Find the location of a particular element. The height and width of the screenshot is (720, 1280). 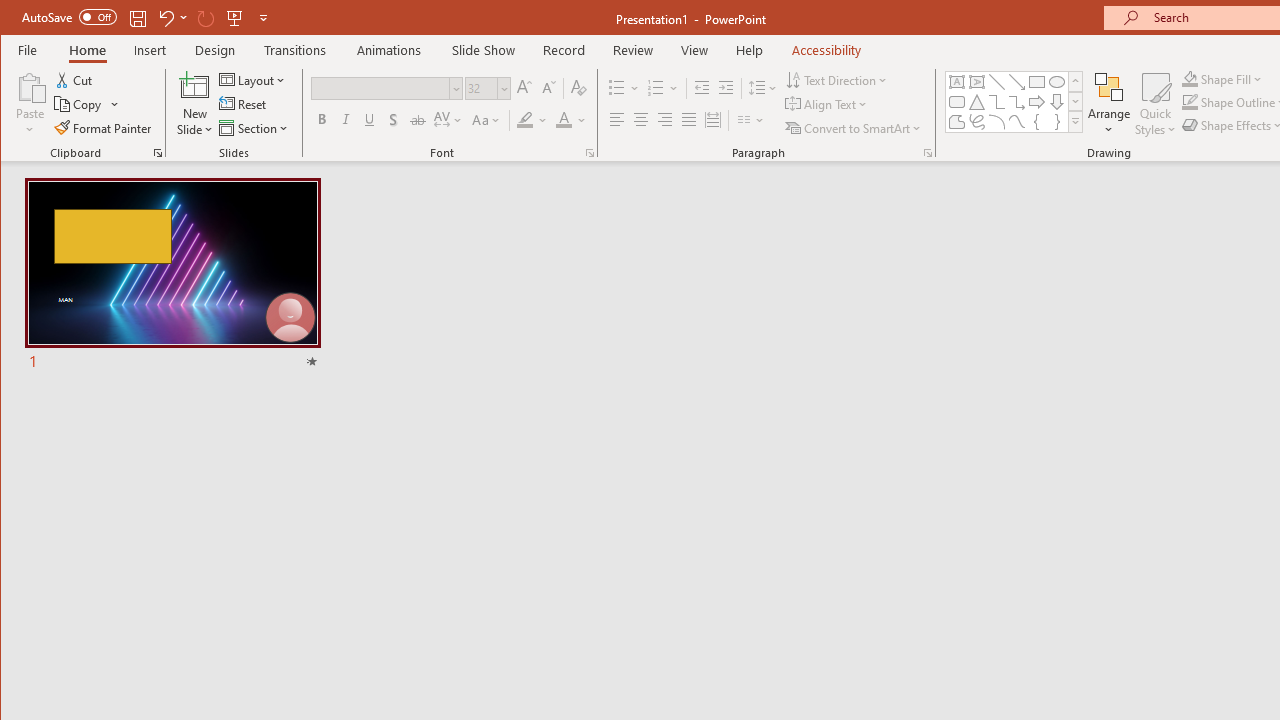

'Arc' is located at coordinates (997, 122).